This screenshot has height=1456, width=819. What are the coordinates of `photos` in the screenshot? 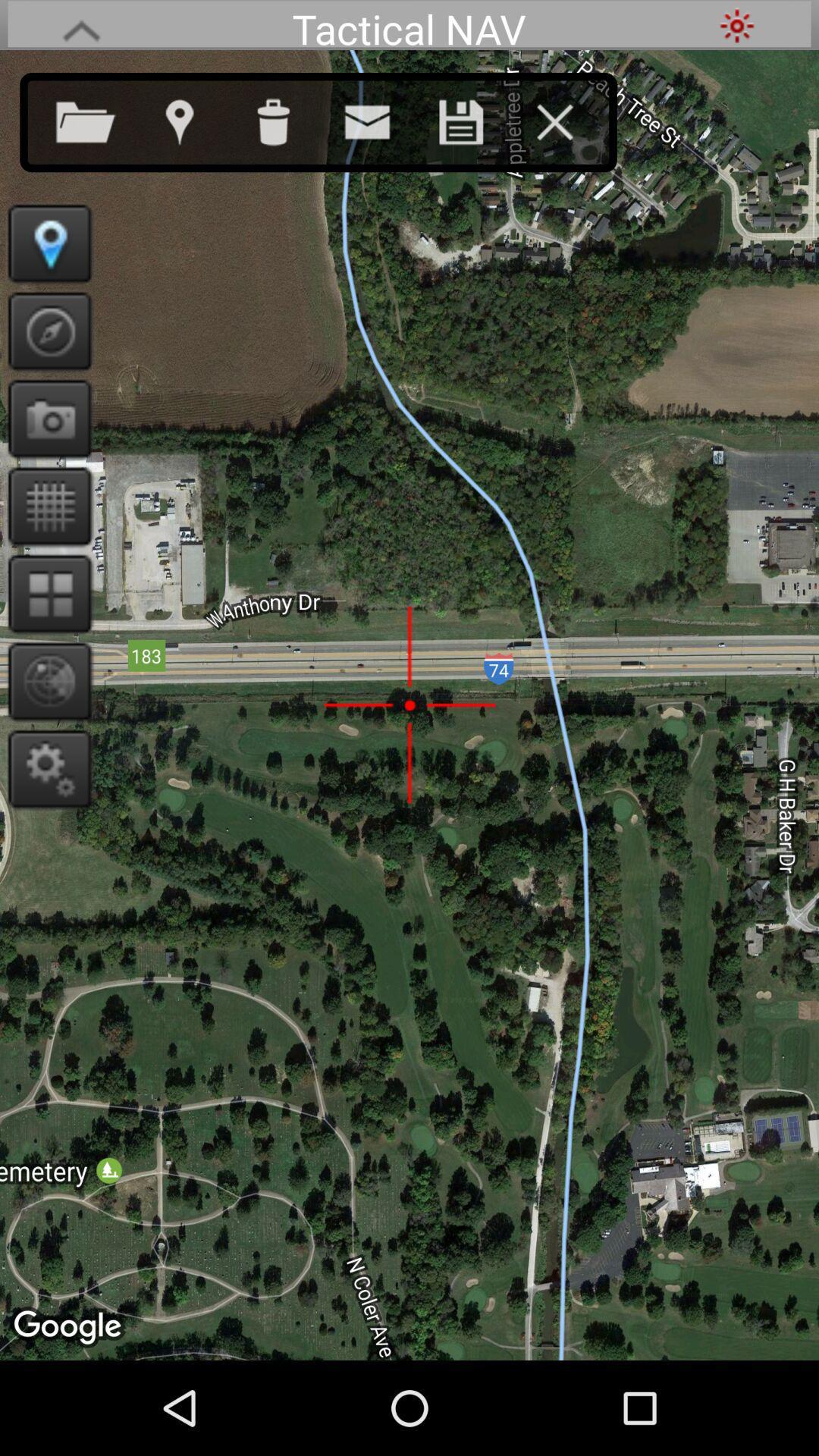 It's located at (44, 419).